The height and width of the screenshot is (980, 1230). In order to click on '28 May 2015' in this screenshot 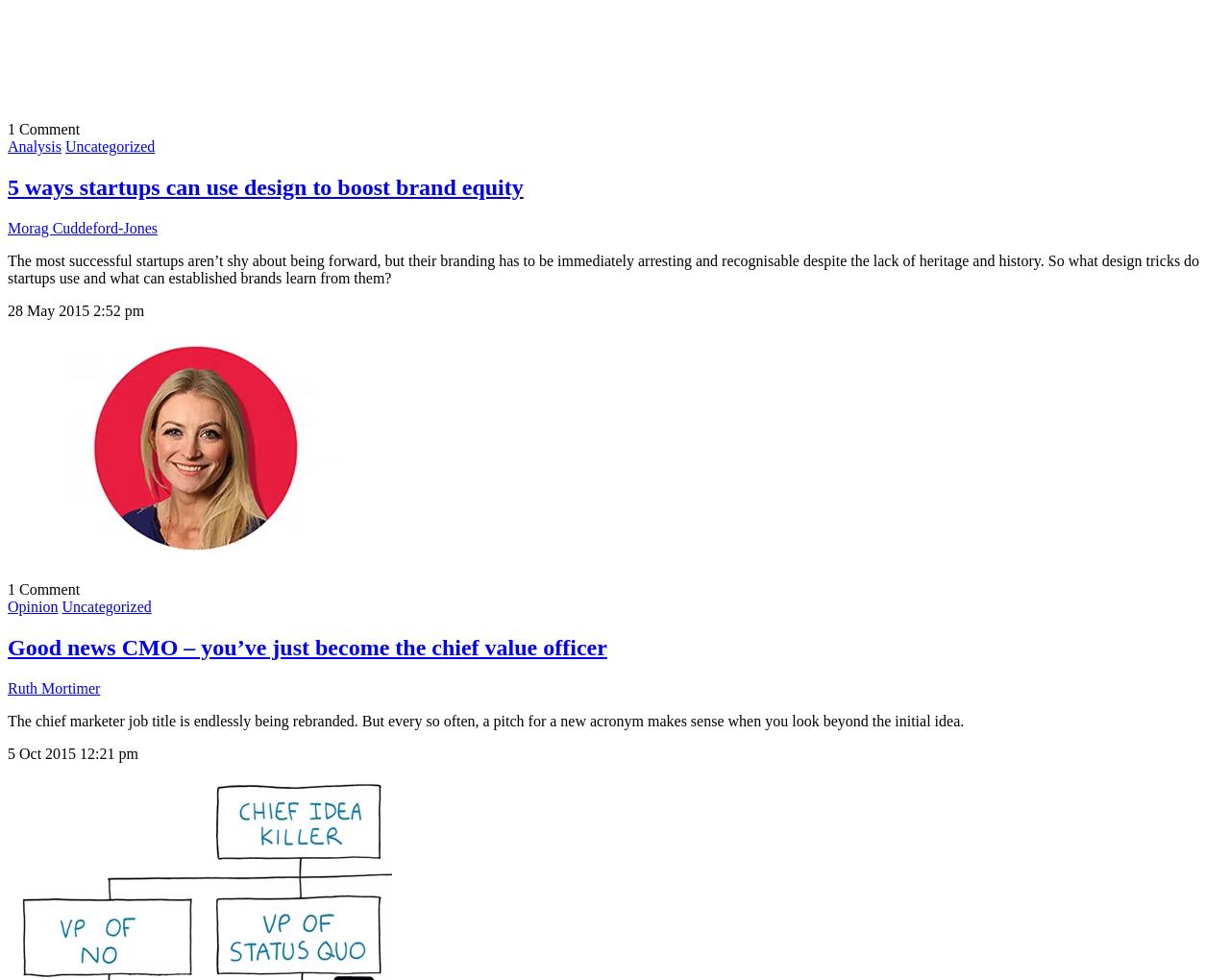, I will do `click(48, 310)`.